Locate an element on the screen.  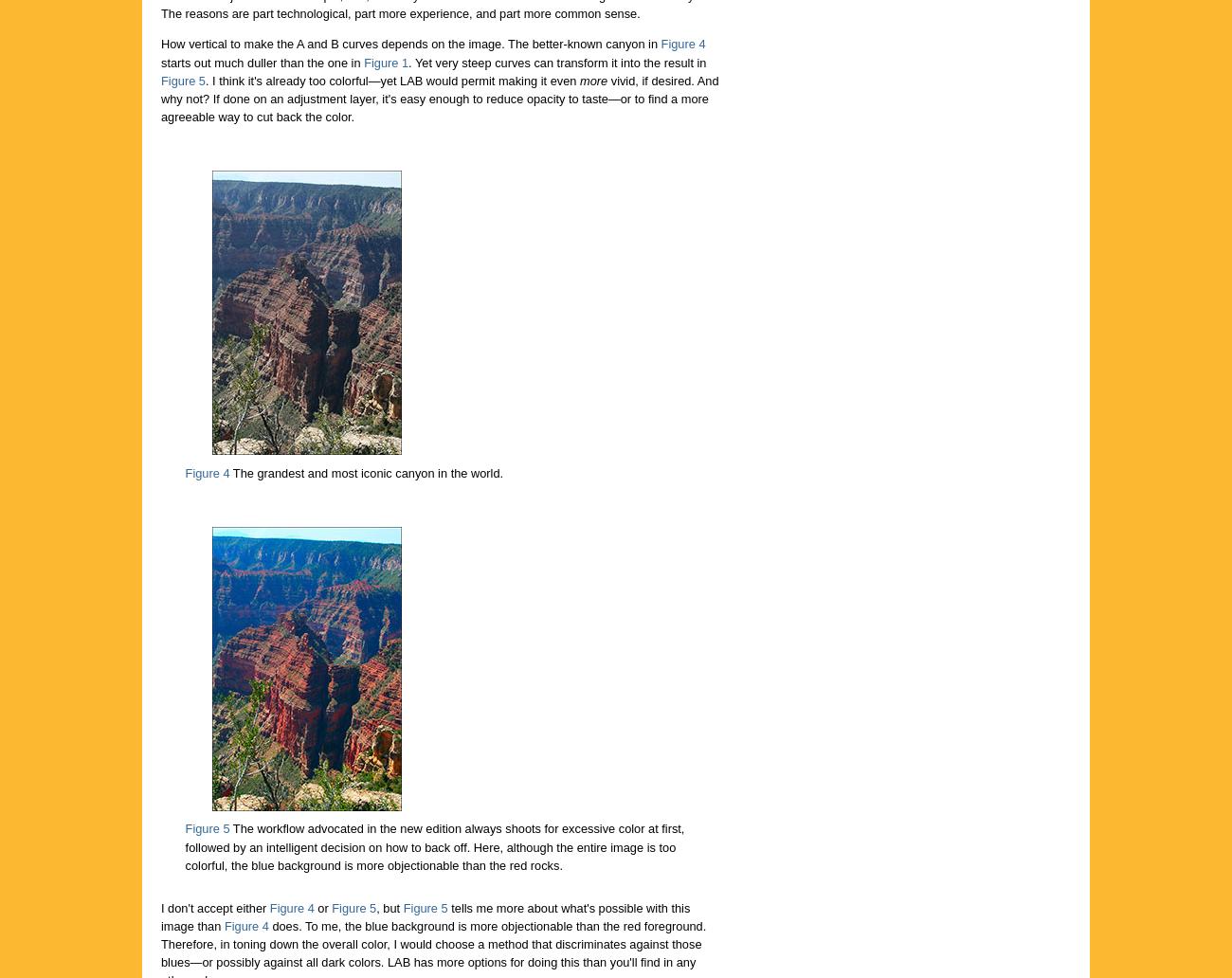
', but' is located at coordinates (390, 906).